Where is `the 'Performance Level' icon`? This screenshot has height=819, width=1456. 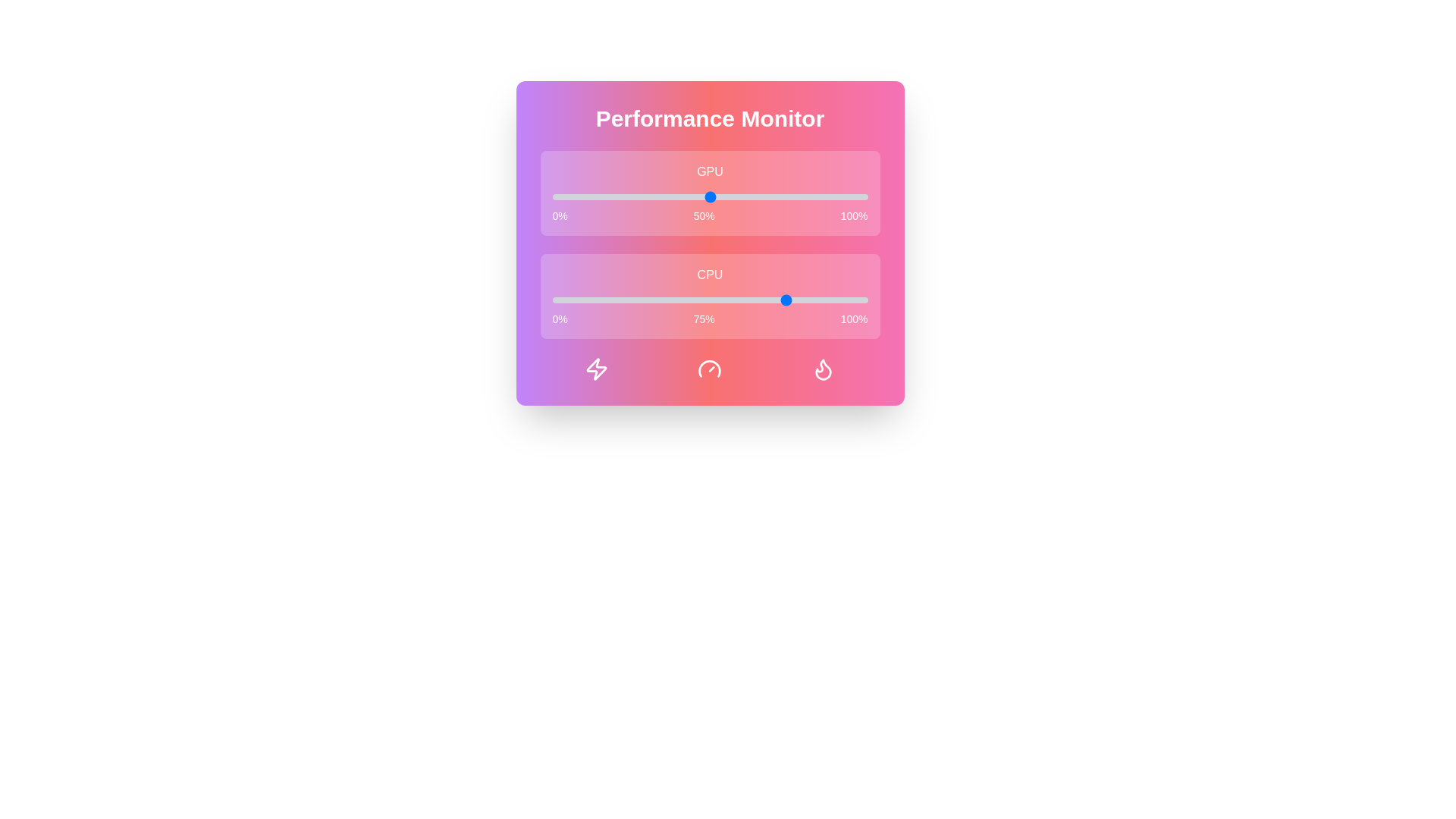 the 'Performance Level' icon is located at coordinates (709, 369).